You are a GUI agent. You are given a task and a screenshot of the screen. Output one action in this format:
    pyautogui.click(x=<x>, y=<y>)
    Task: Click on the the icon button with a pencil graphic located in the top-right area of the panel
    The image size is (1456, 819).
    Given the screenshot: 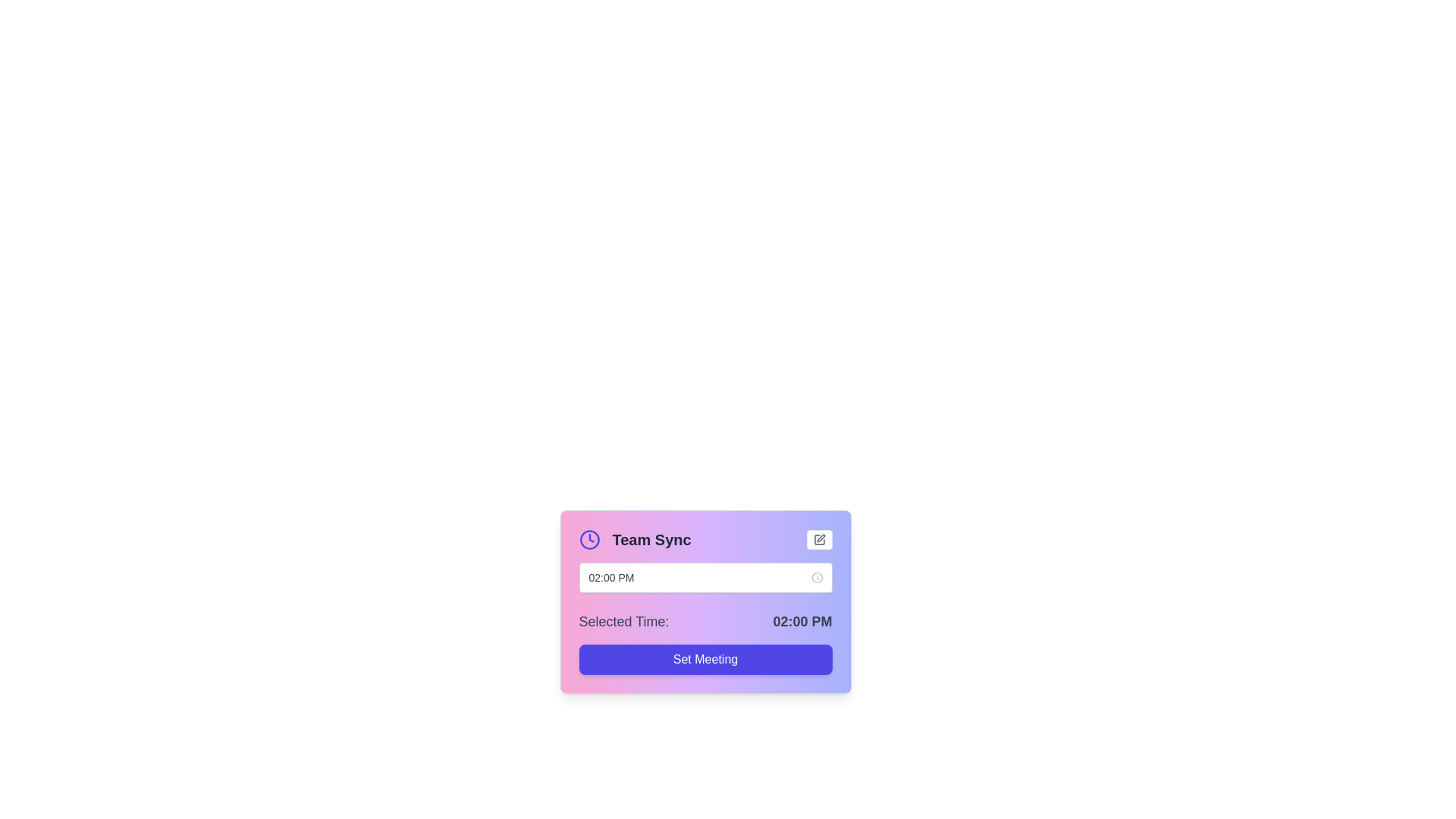 What is the action you would take?
    pyautogui.click(x=818, y=539)
    